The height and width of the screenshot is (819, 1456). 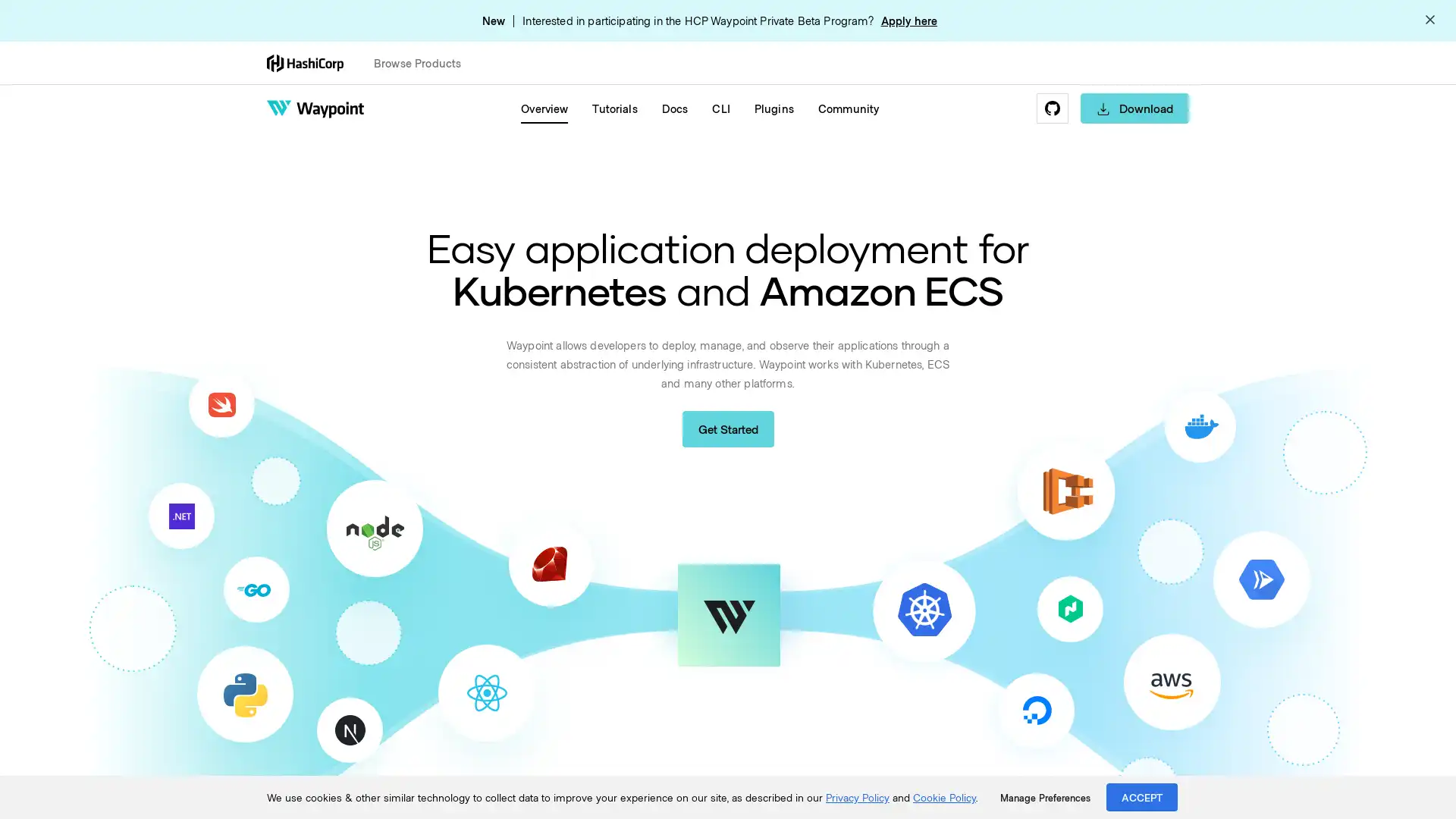 I want to click on Manage Preferences, so click(x=1044, y=797).